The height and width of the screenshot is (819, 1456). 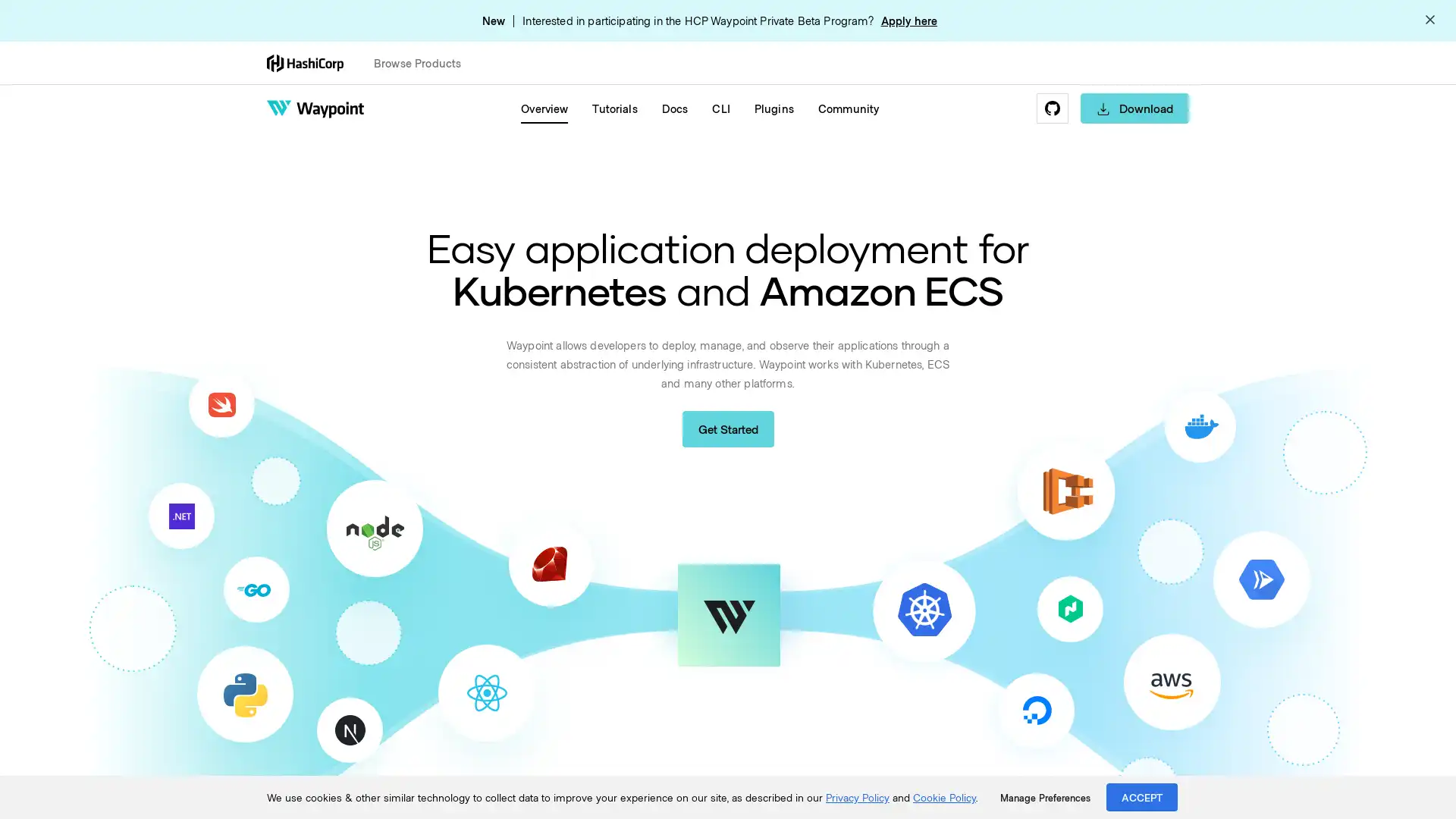 I want to click on Manage Preferences, so click(x=1044, y=797).